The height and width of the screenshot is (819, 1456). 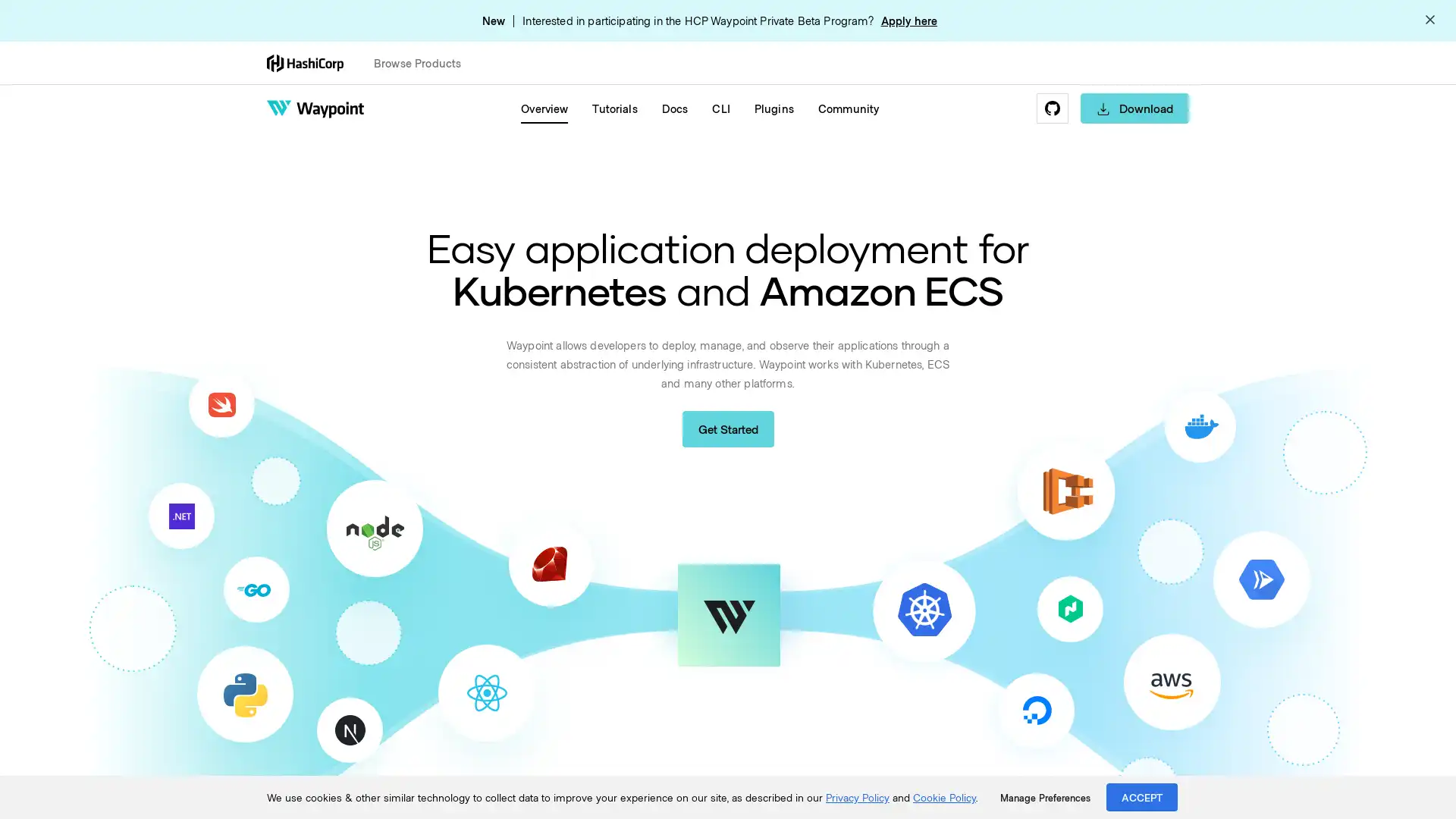 I want to click on Manage Preferences, so click(x=1044, y=797).